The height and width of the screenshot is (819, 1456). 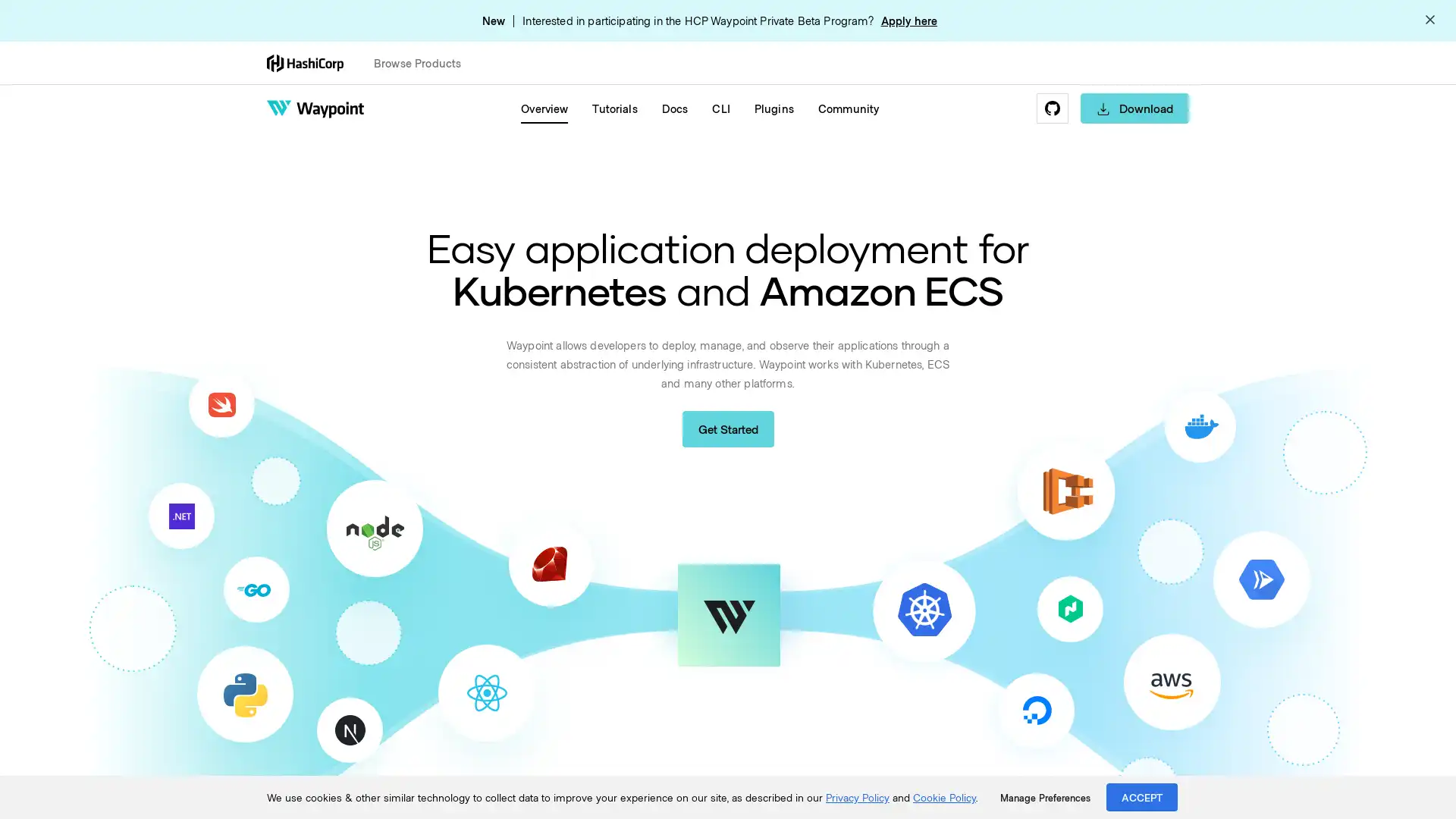 I want to click on Manage Preferences, so click(x=1044, y=797).